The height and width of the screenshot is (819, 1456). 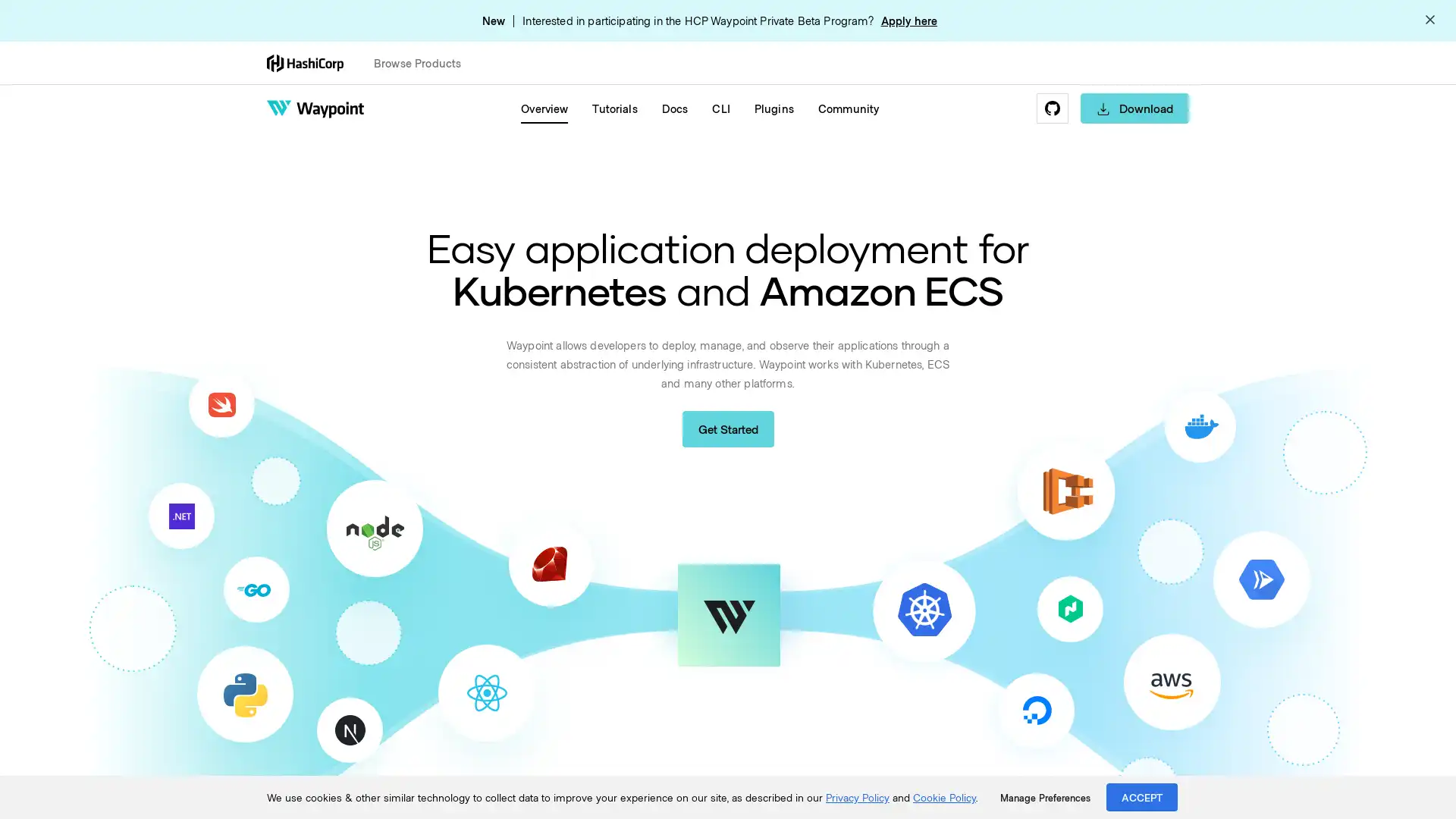 I want to click on Manage Preferences, so click(x=1044, y=797).